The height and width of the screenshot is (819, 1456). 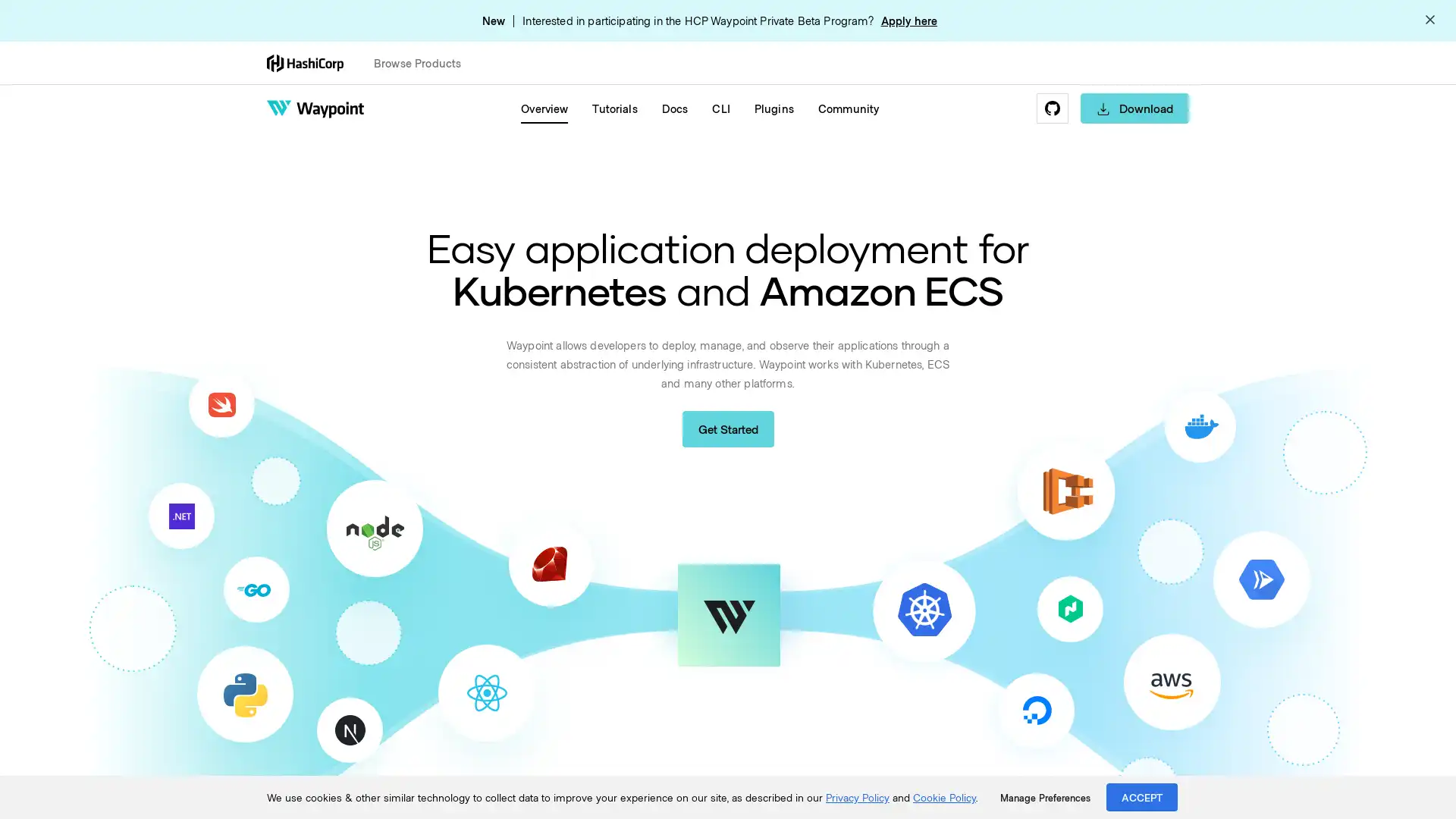 I want to click on Manage Preferences, so click(x=1044, y=797).